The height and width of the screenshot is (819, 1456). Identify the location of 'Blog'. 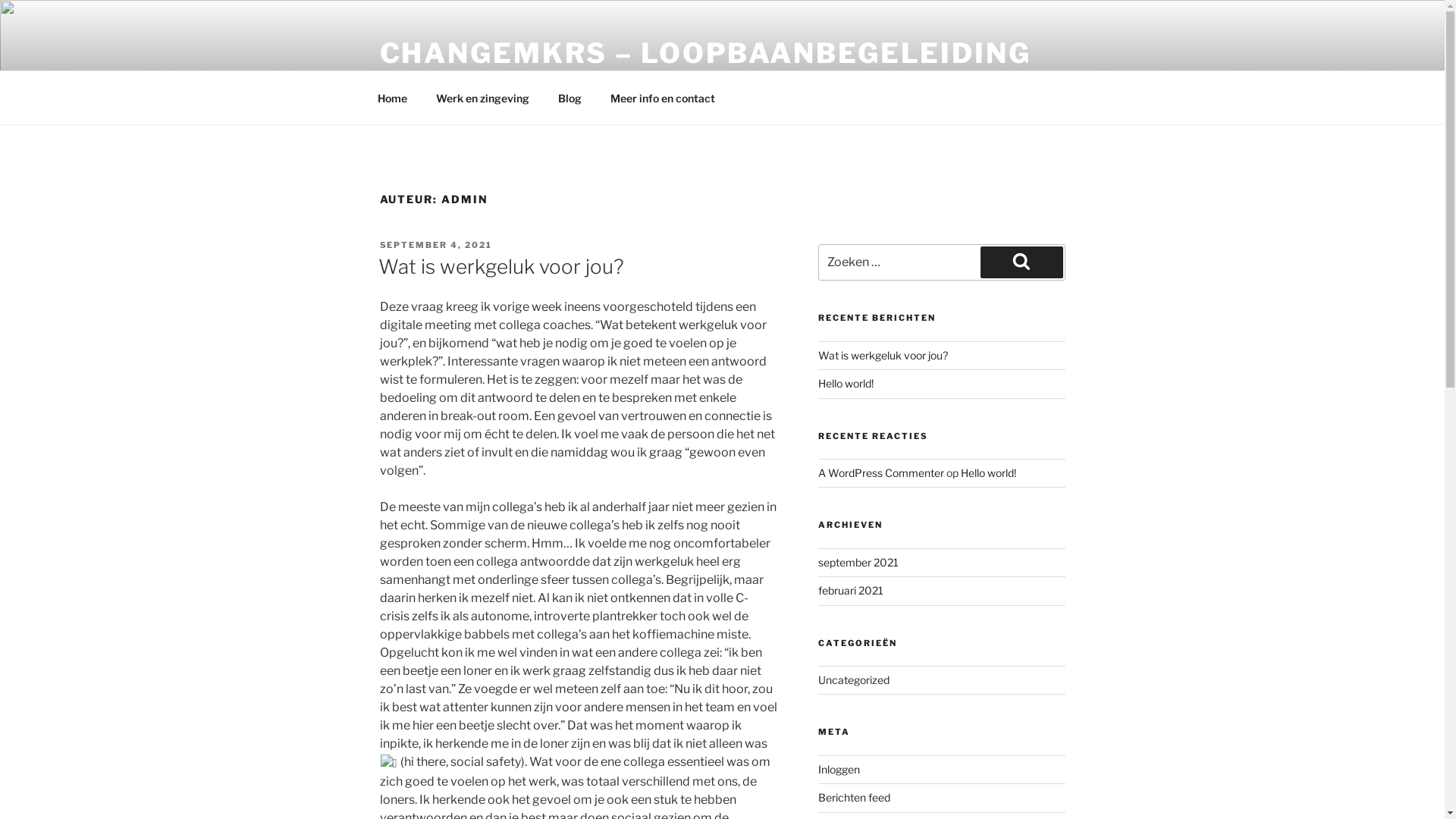
(568, 97).